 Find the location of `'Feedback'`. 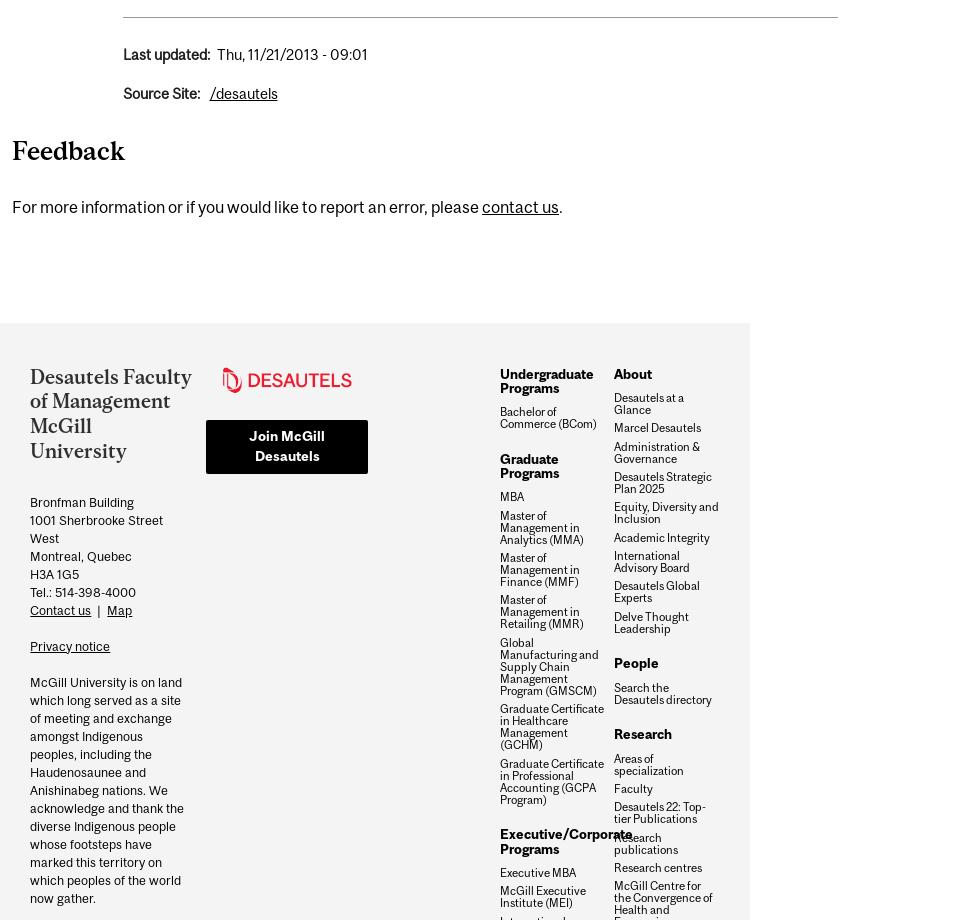

'Feedback' is located at coordinates (68, 148).